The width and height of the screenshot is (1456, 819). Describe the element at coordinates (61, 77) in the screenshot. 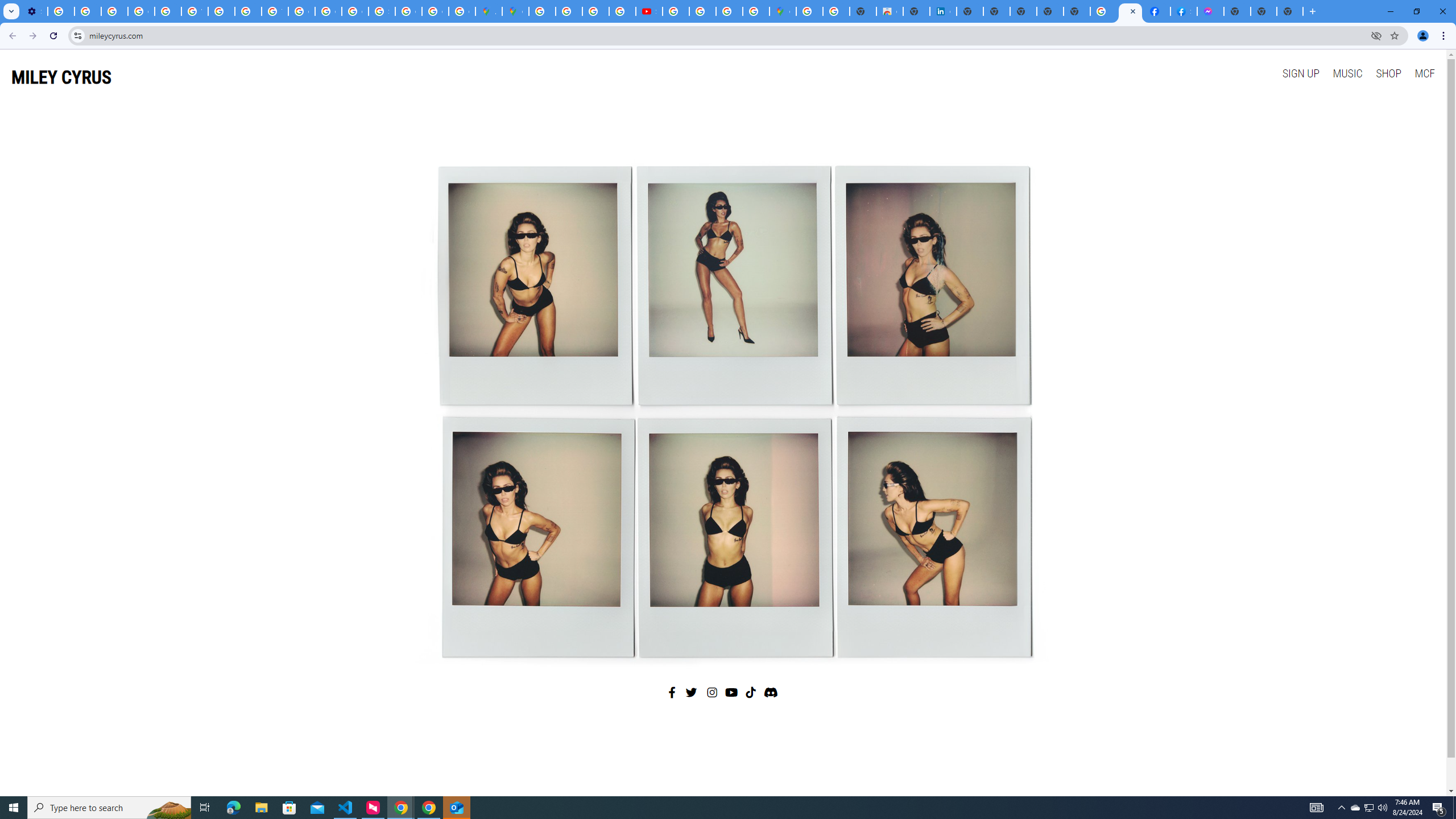

I see `'MILEY CYRUS'` at that location.